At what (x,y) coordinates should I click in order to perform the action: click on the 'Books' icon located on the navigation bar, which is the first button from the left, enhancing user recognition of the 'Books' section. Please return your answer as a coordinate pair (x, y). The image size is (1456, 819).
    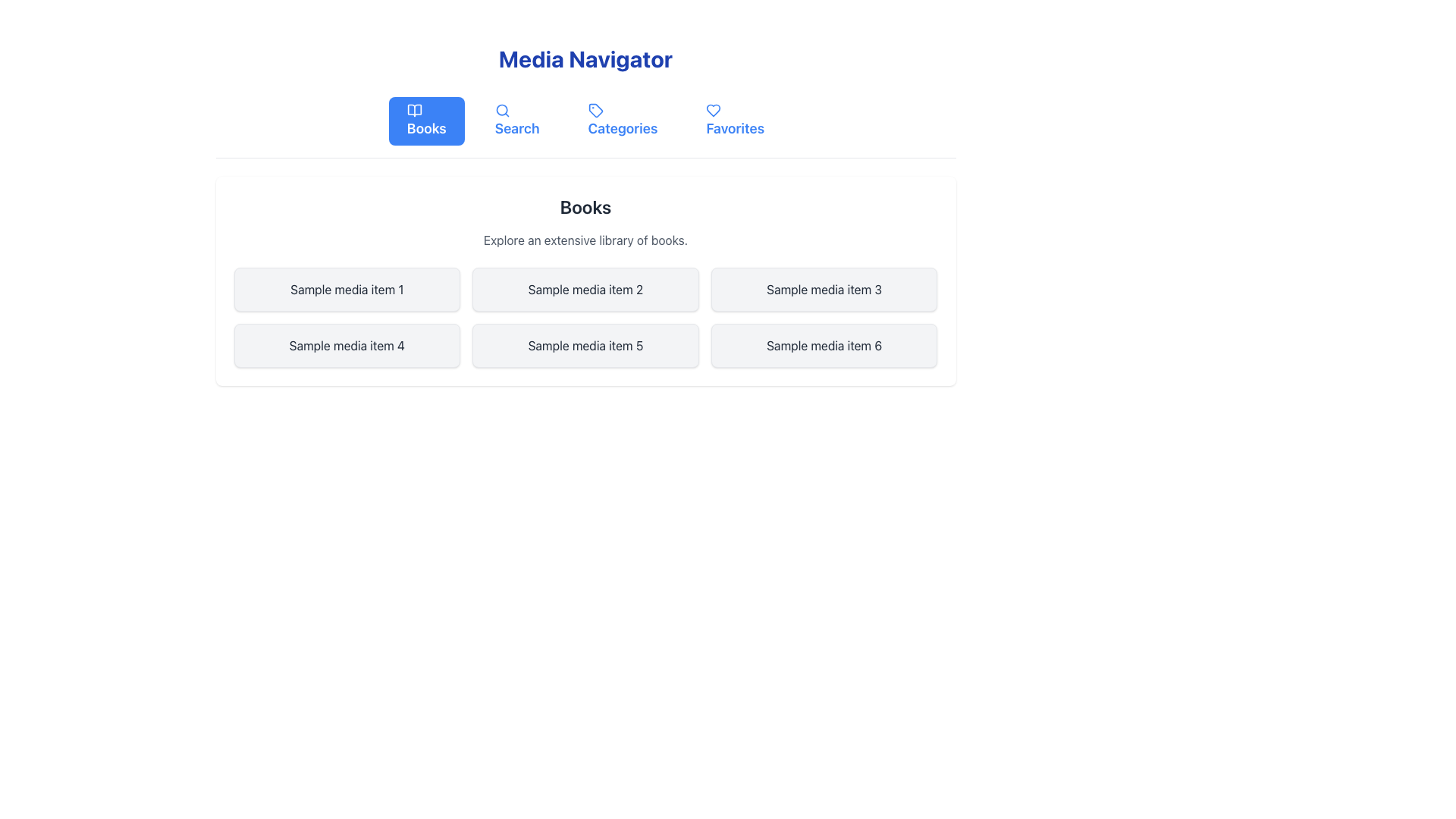
    Looking at the image, I should click on (414, 110).